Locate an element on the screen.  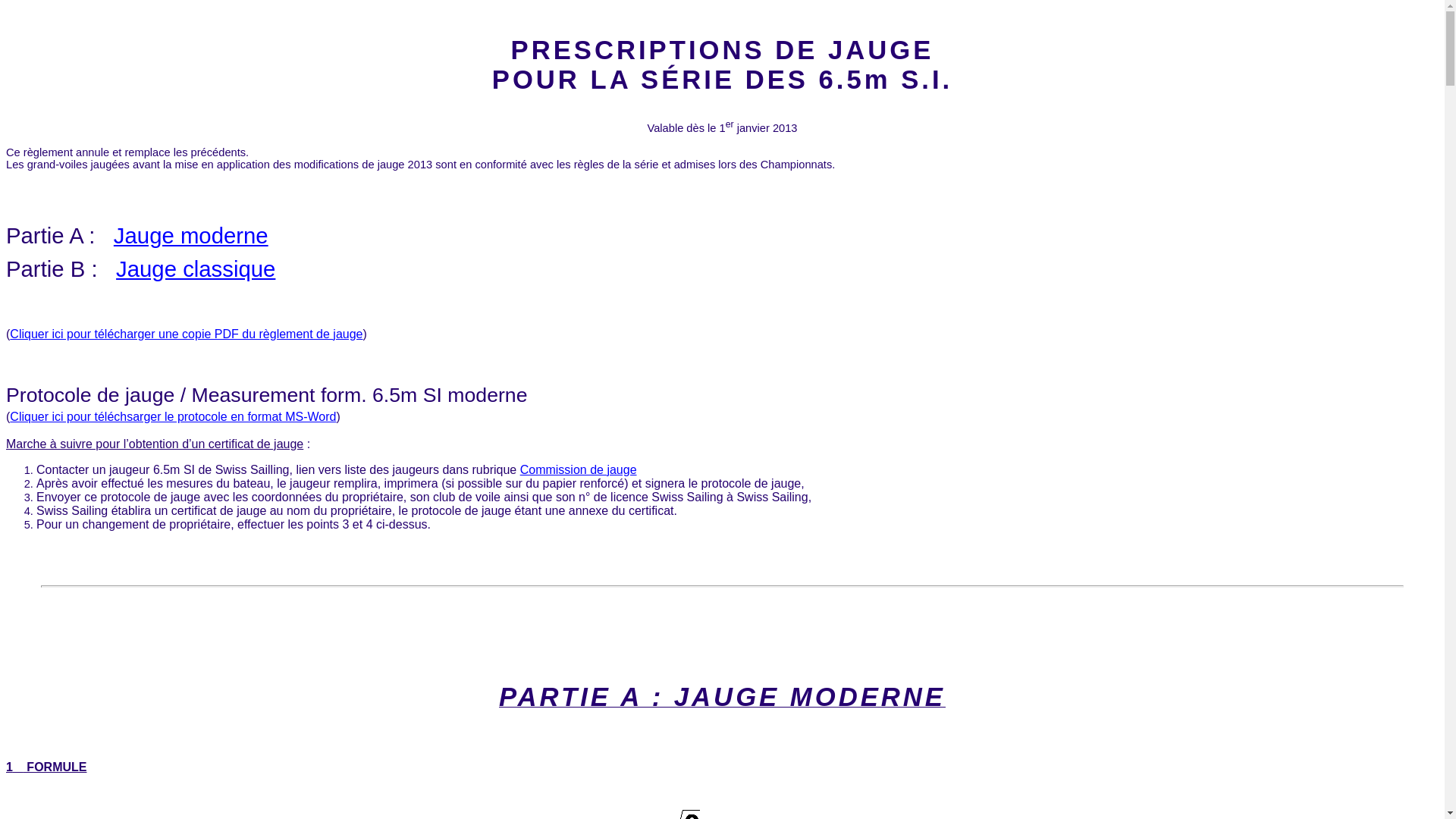
'1       FORMULE' is located at coordinates (6, 767).